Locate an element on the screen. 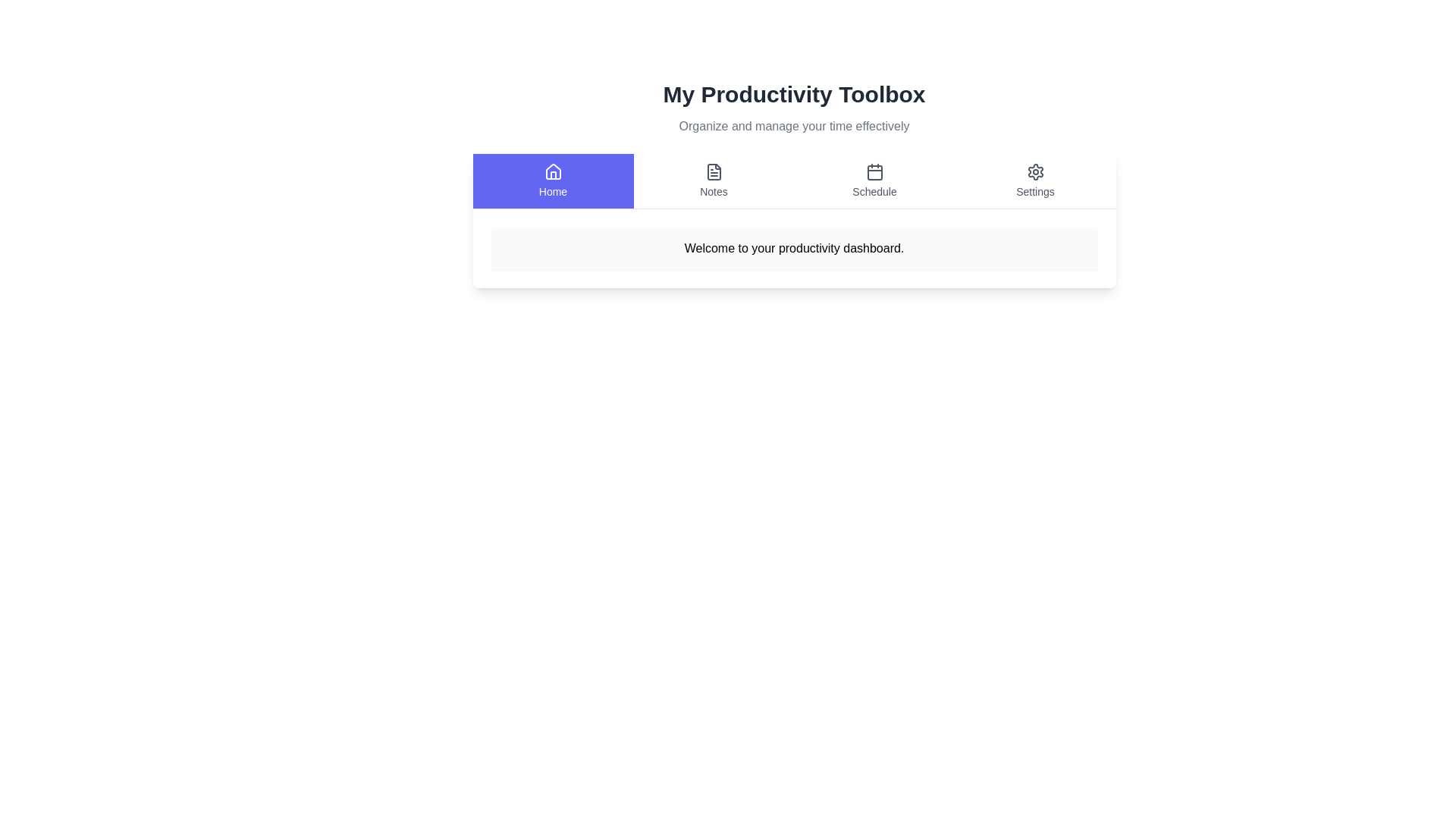 This screenshot has width=1456, height=819. text content from the title and description display element located at the top section of the content page, above the navigation options is located at coordinates (793, 107).